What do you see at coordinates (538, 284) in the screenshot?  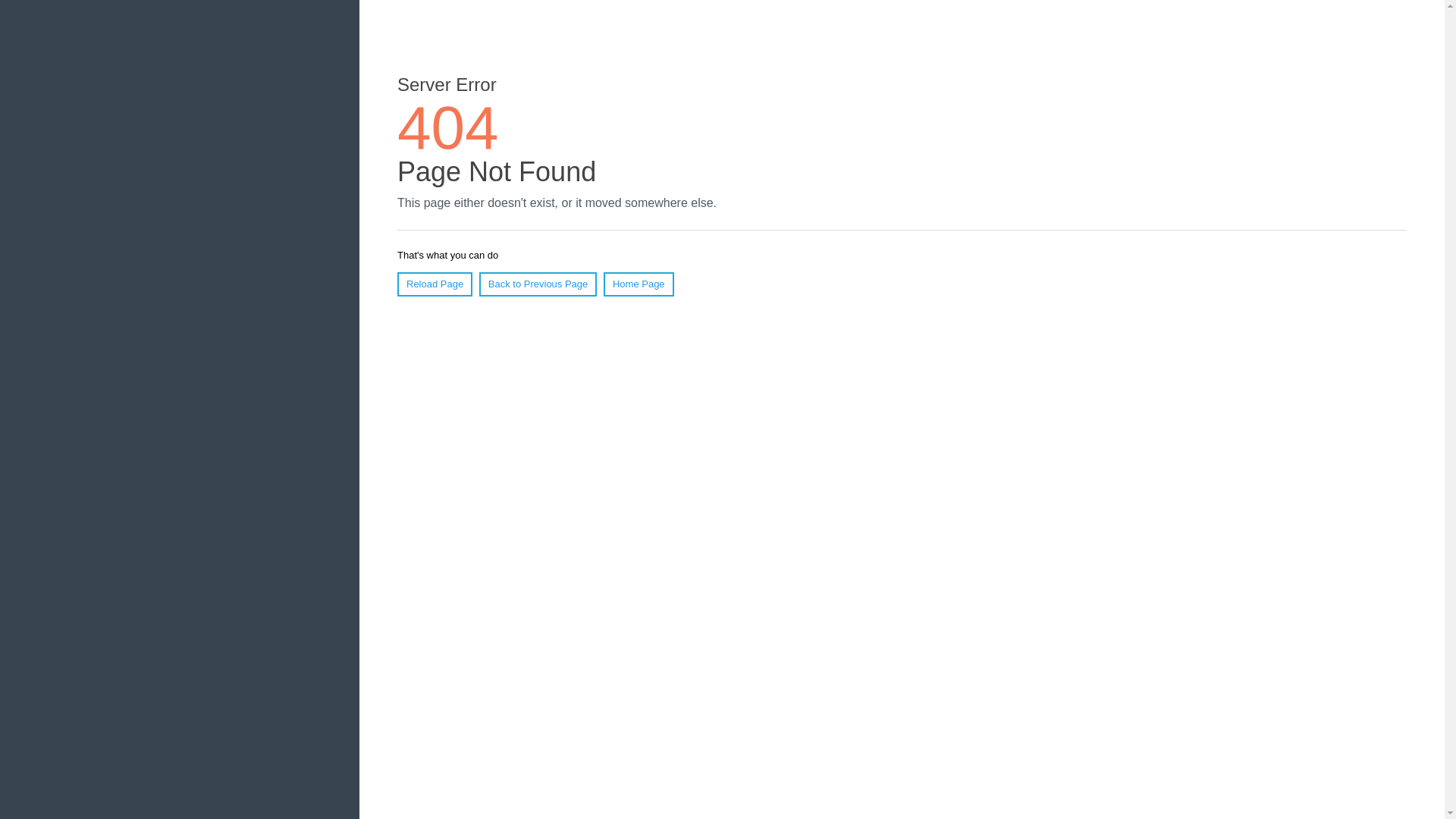 I see `'Back to Previous Page'` at bounding box center [538, 284].